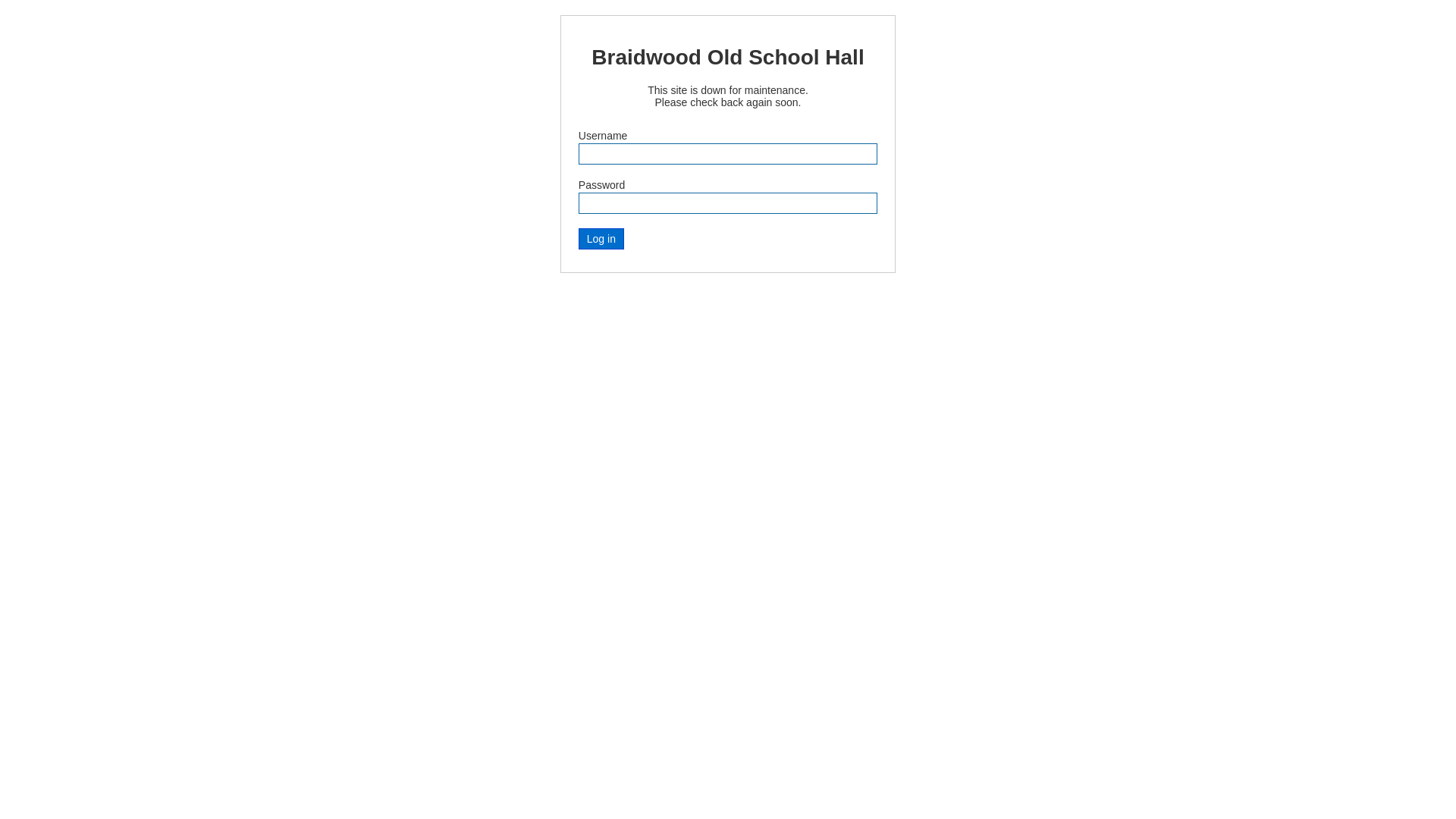  What do you see at coordinates (600, 239) in the screenshot?
I see `'Log in'` at bounding box center [600, 239].